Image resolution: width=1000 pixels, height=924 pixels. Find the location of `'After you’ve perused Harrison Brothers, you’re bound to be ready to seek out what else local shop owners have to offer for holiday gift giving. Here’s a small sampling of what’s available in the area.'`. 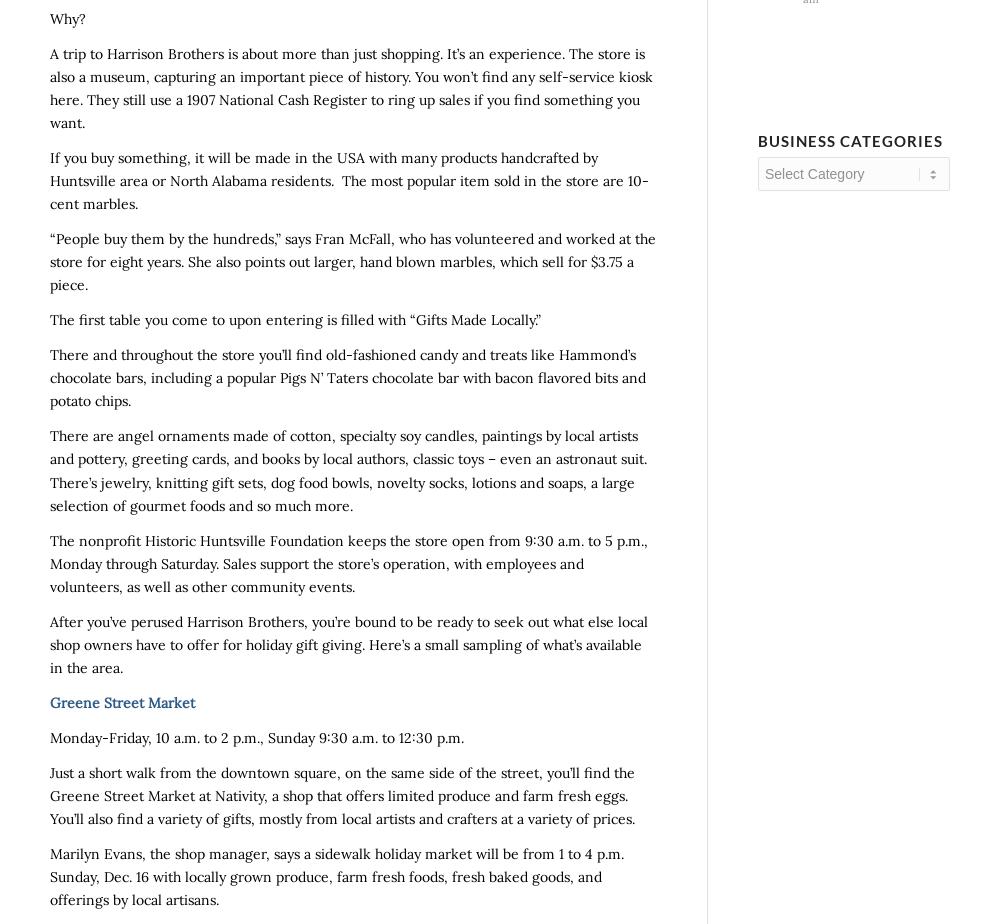

'After you’ve perused Harrison Brothers, you’re bound to be ready to seek out what else local shop owners have to offer for holiday gift giving. Here’s a small sampling of what’s available in the area.' is located at coordinates (50, 644).